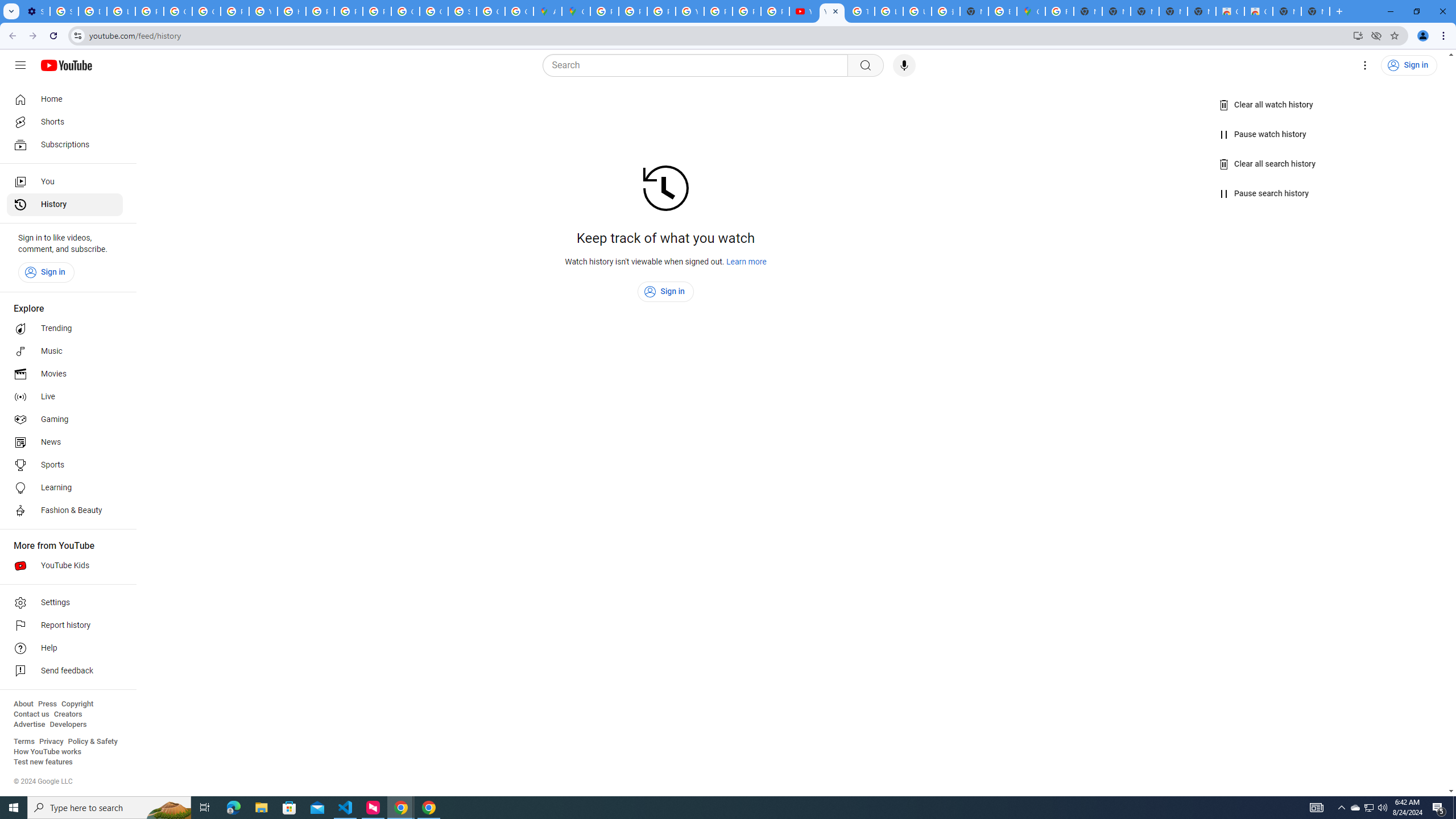  I want to click on 'Creators', so click(68, 714).